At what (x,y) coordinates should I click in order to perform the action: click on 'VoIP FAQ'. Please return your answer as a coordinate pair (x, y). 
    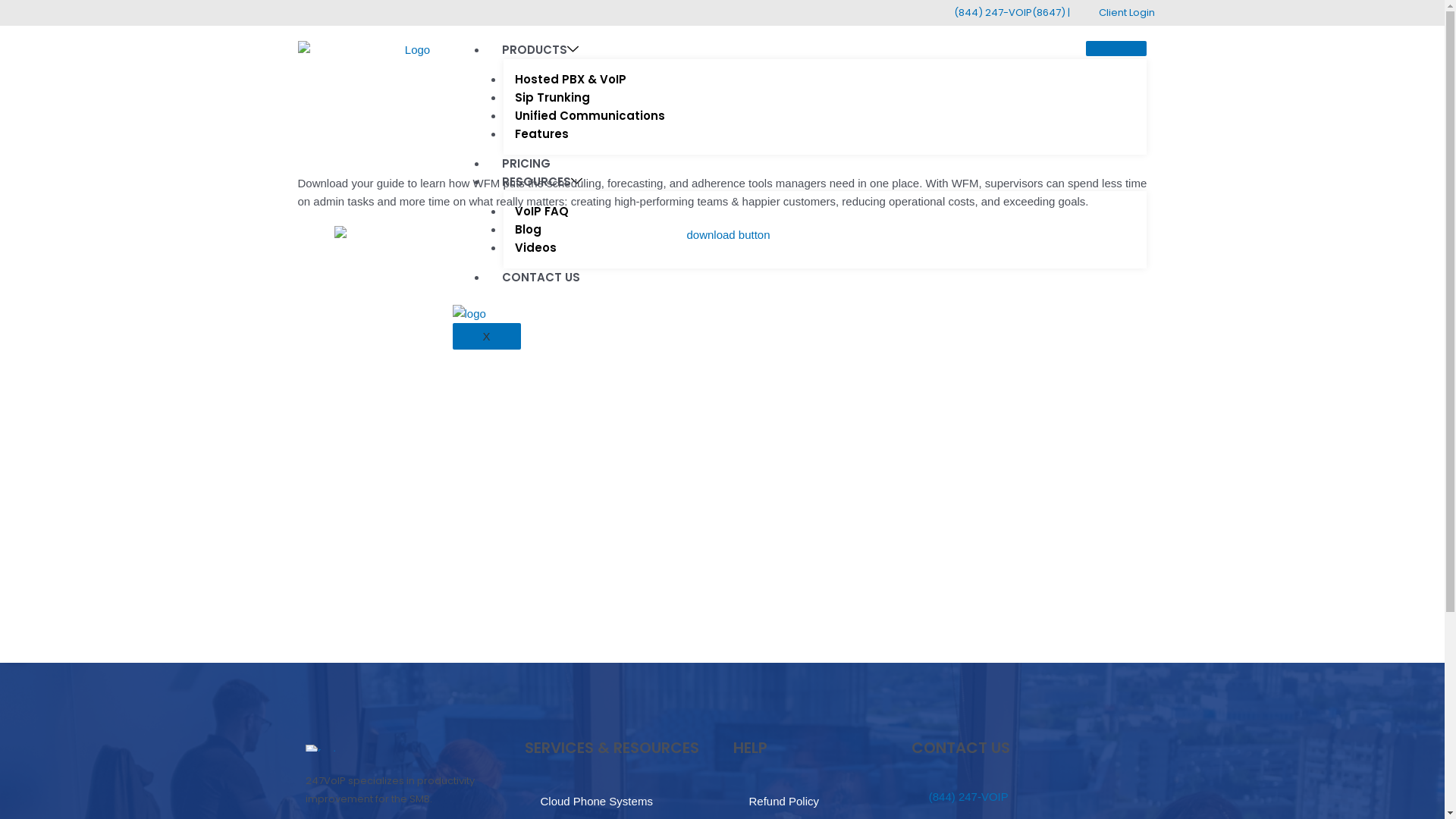
    Looking at the image, I should click on (503, 211).